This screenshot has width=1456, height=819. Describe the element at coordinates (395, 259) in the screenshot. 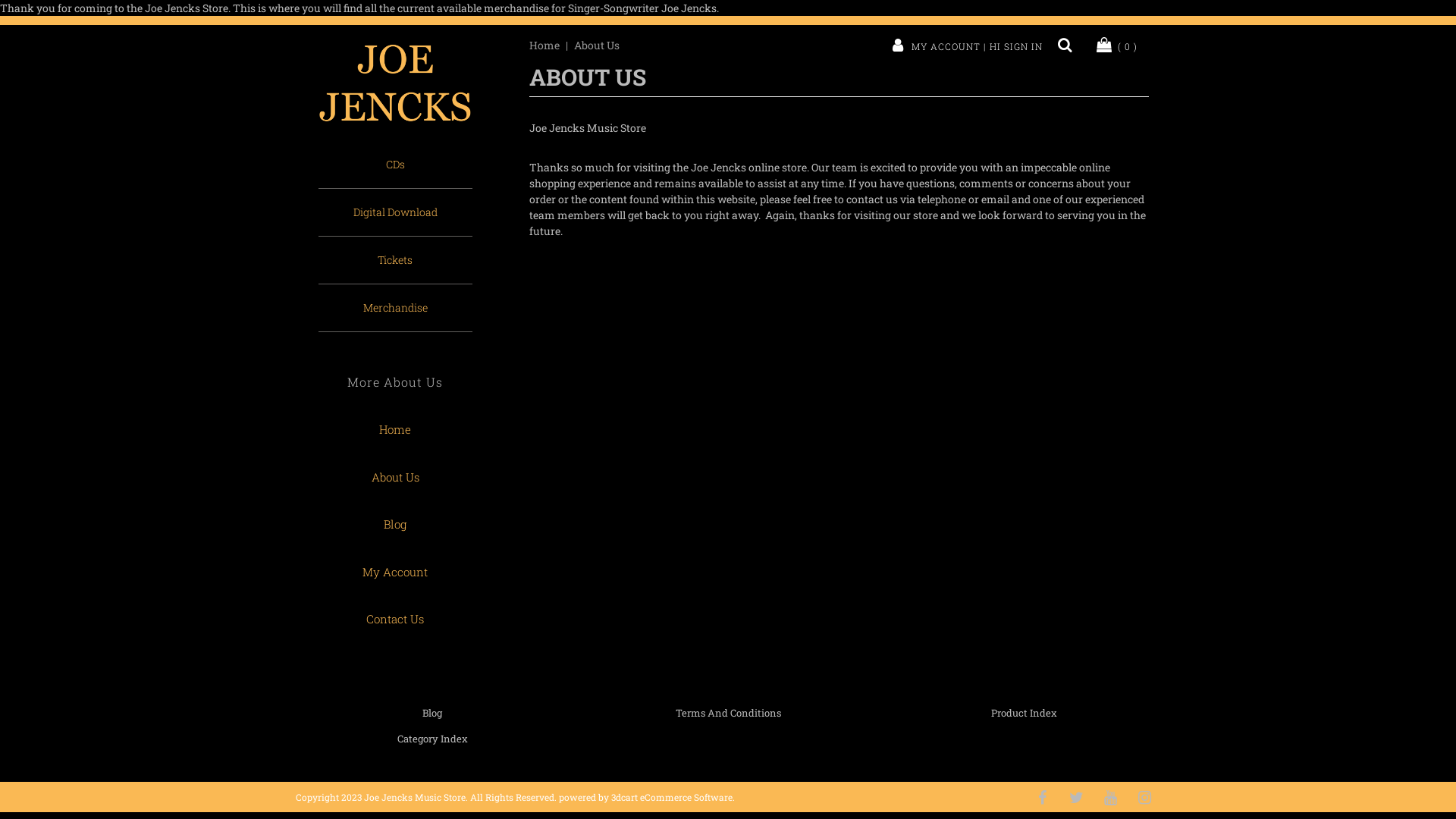

I see `'Tickets'` at that location.